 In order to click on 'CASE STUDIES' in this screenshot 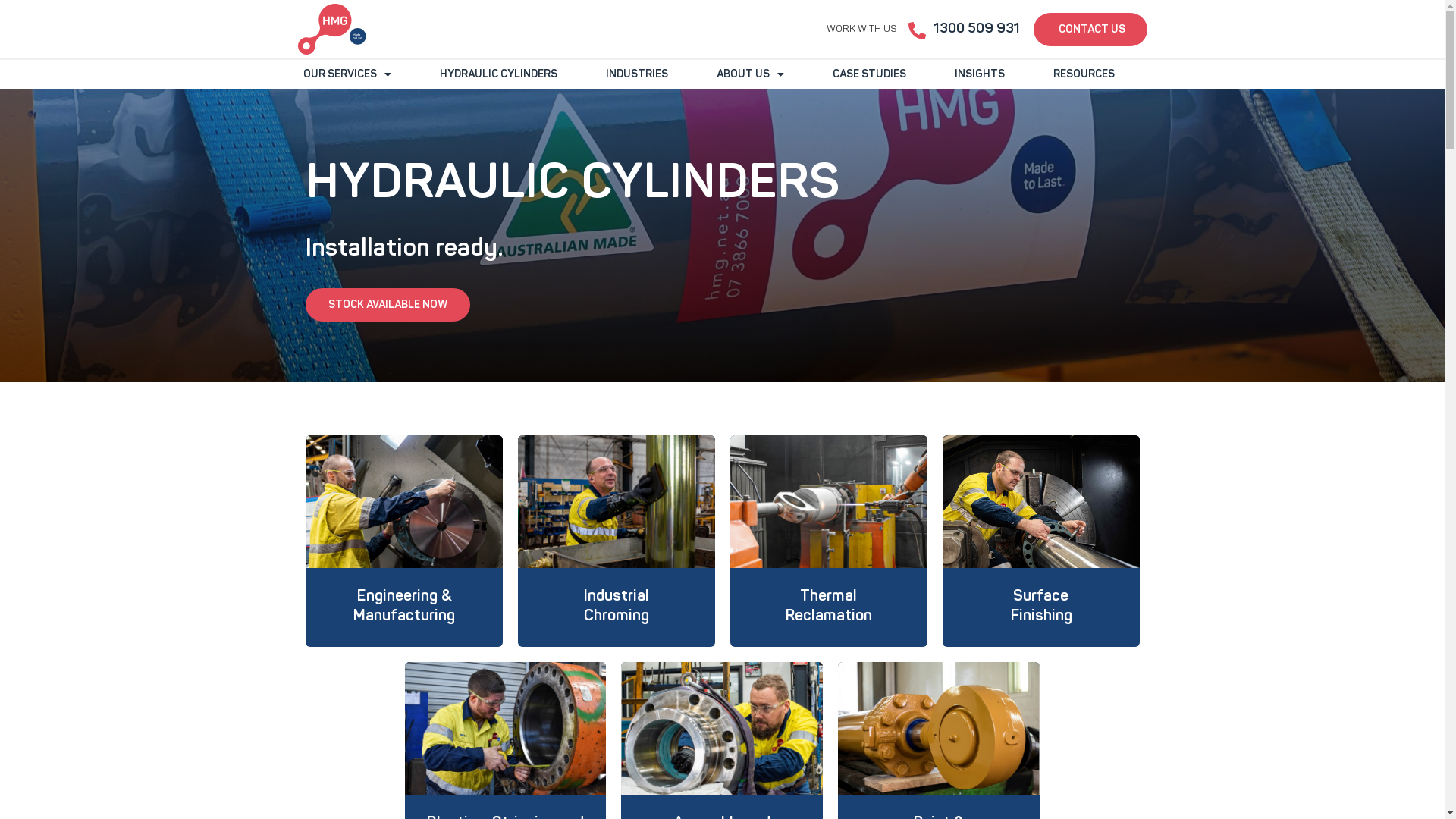, I will do `click(868, 74)`.